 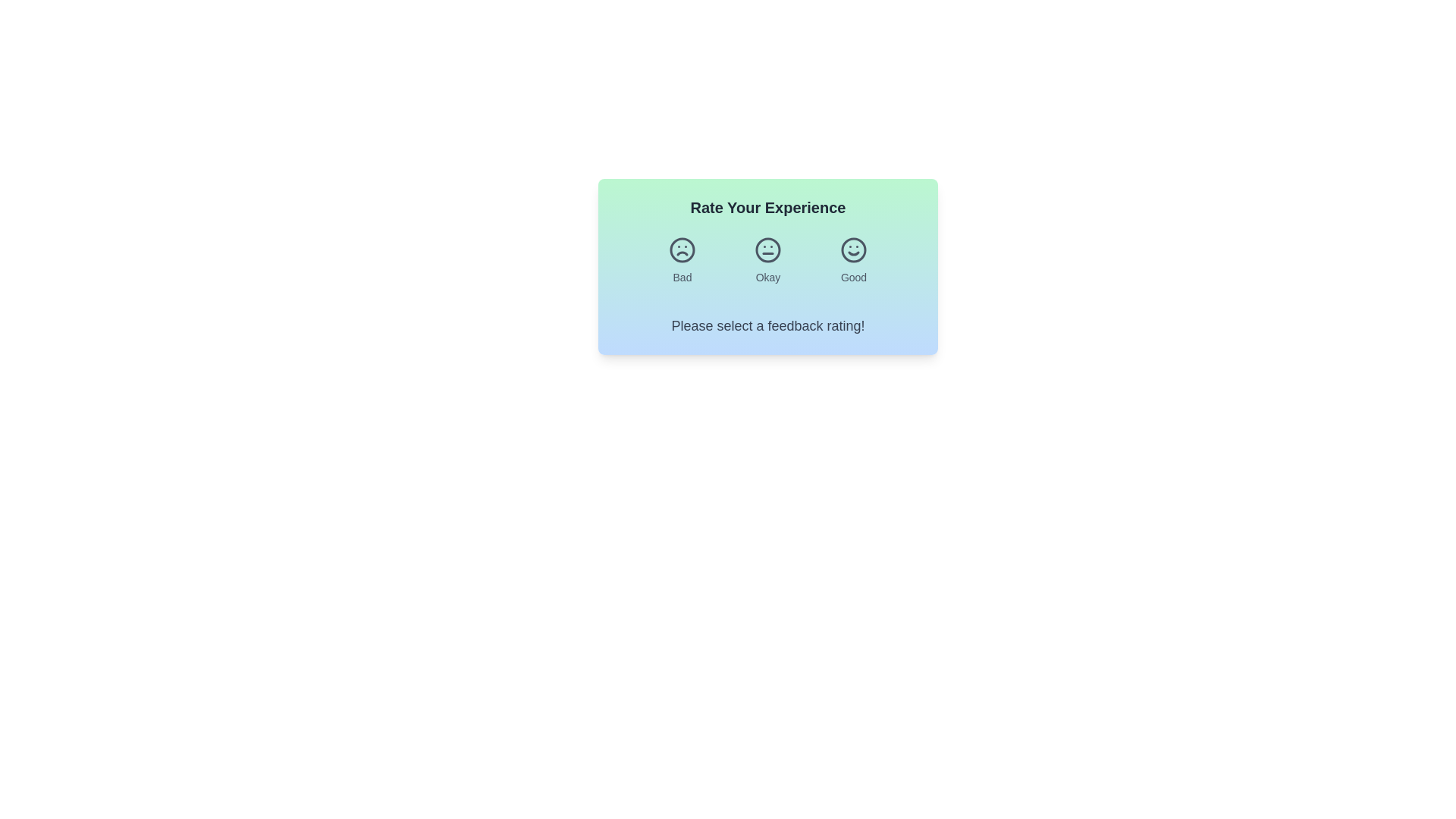 What do you see at coordinates (682, 259) in the screenshot?
I see `the 'Bad' feedback button` at bounding box center [682, 259].